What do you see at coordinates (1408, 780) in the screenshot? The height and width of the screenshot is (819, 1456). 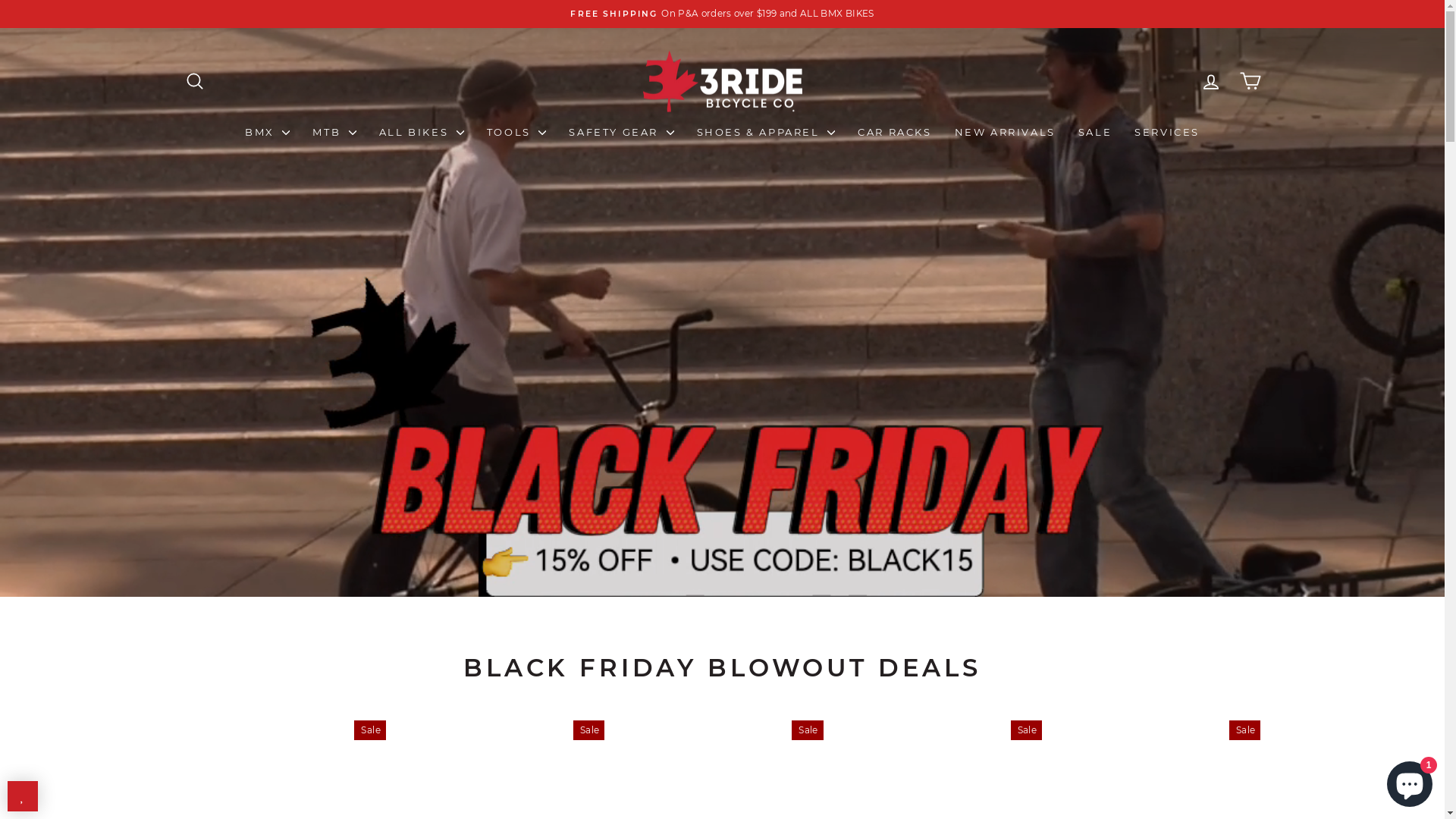 I see `'Shopify online store chat'` at bounding box center [1408, 780].